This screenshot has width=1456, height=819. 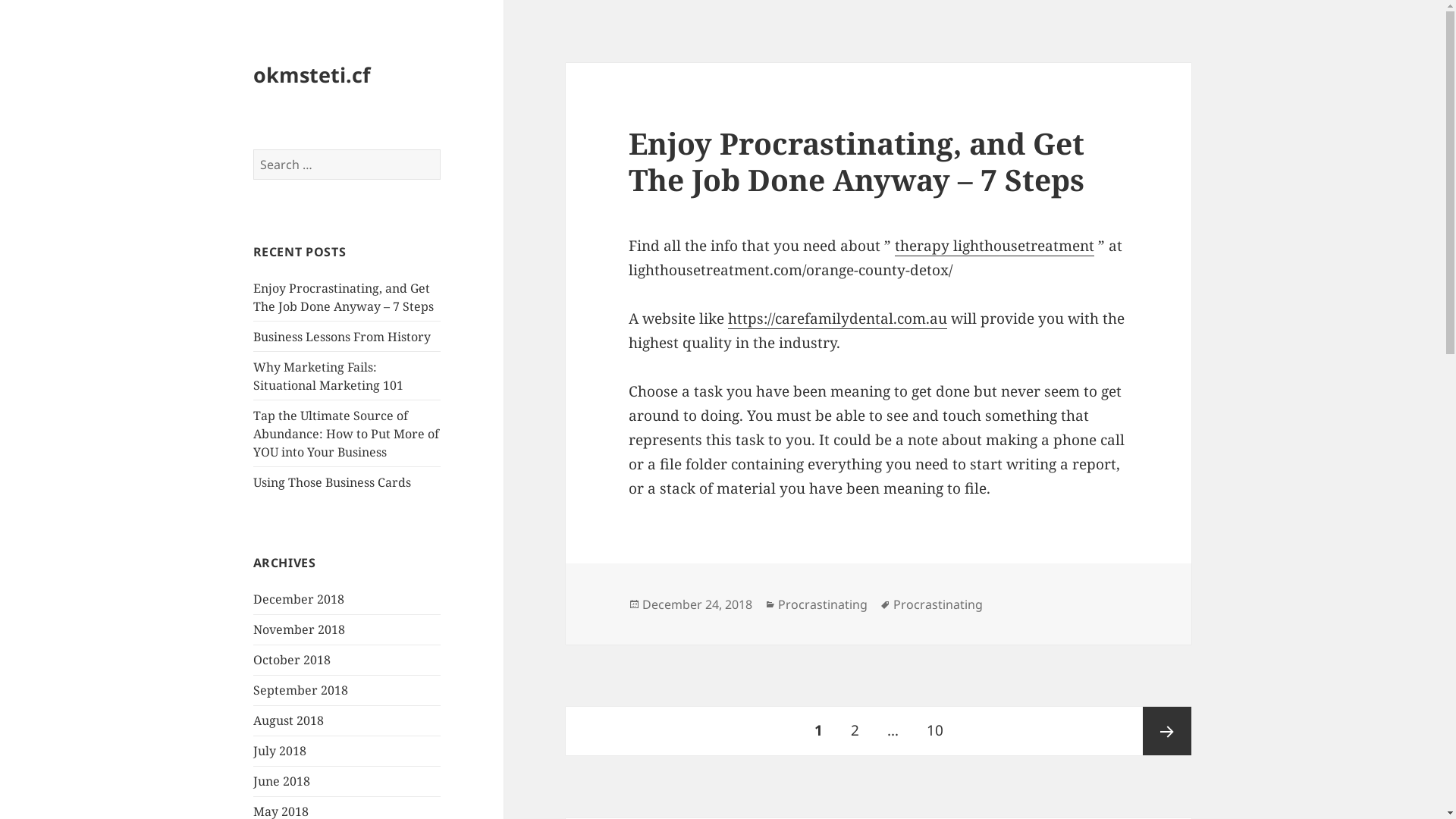 I want to click on 'Search', so click(x=440, y=149).